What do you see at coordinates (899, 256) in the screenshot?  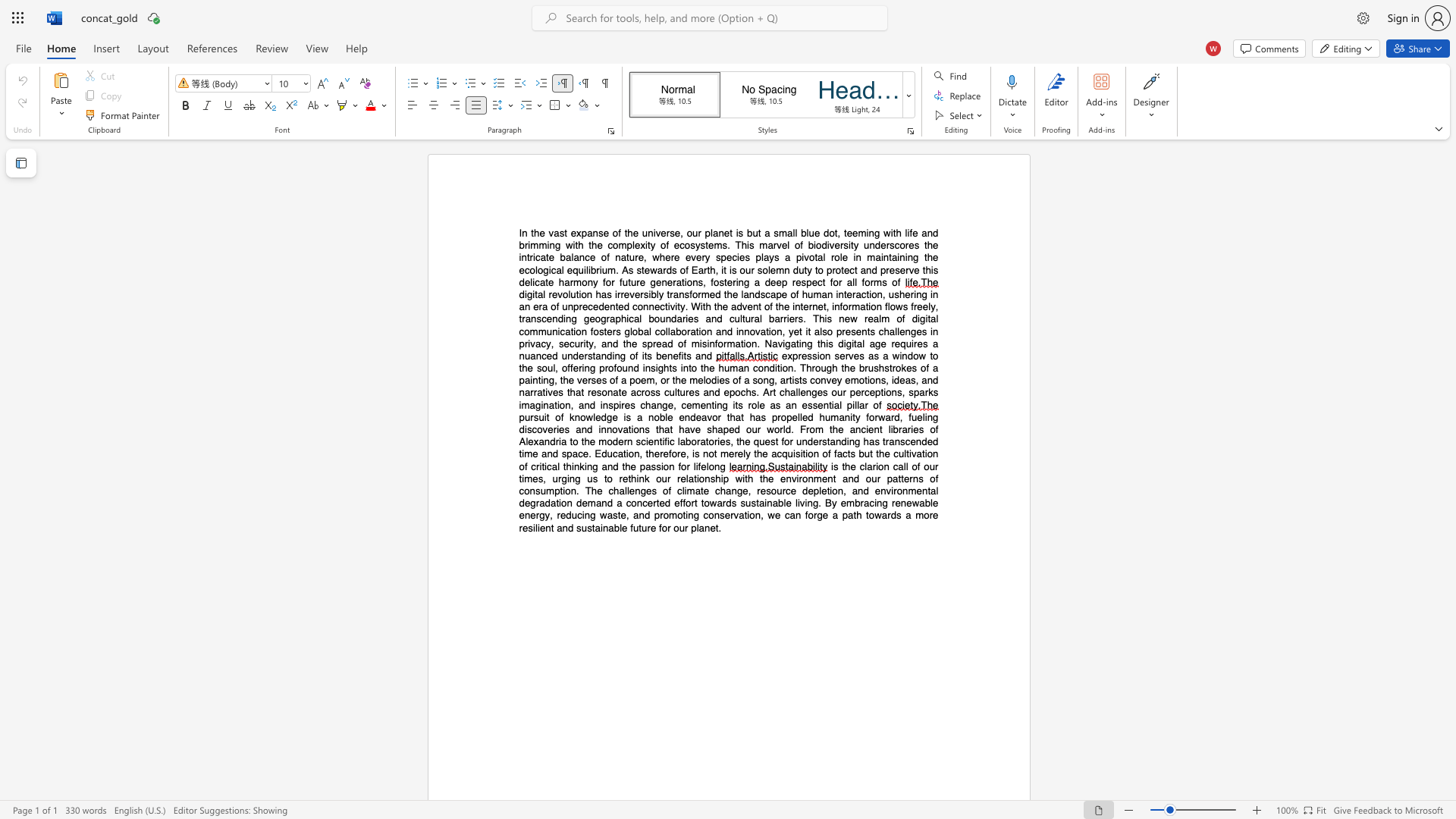 I see `the subset text "nin" within the text "maintaining"` at bounding box center [899, 256].